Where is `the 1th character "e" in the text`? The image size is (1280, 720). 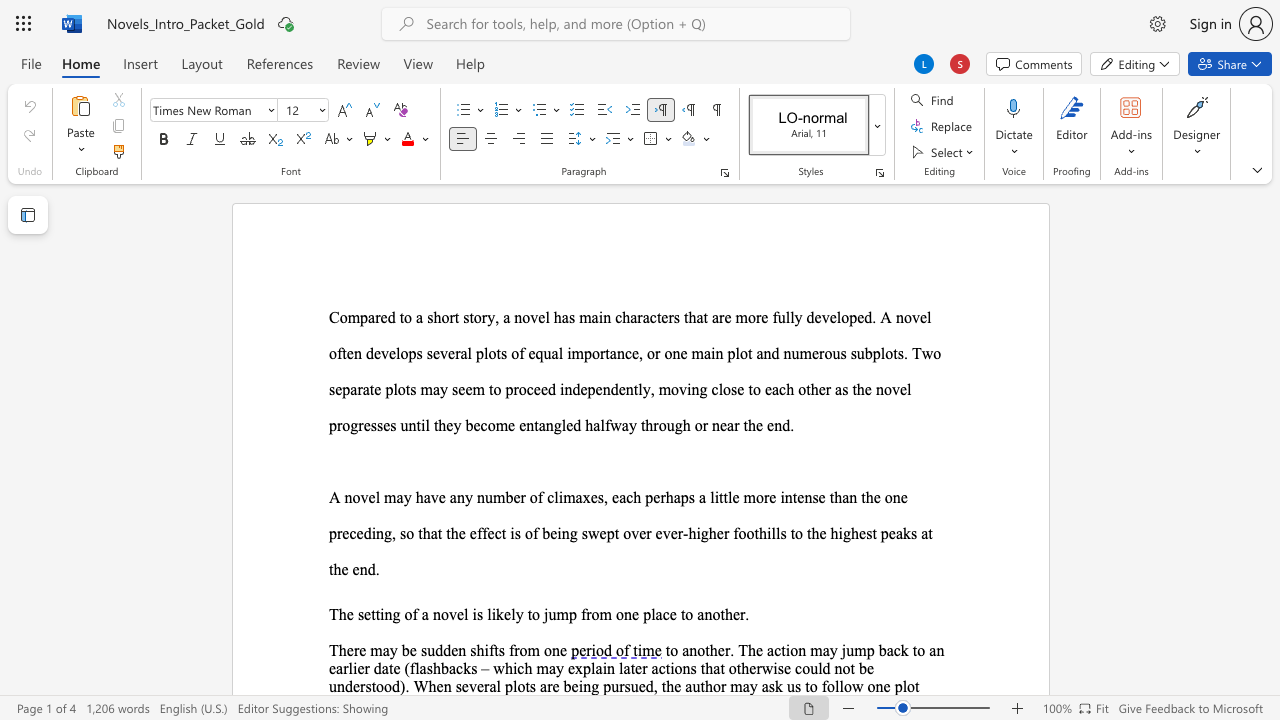
the 1th character "e" in the text is located at coordinates (338, 389).